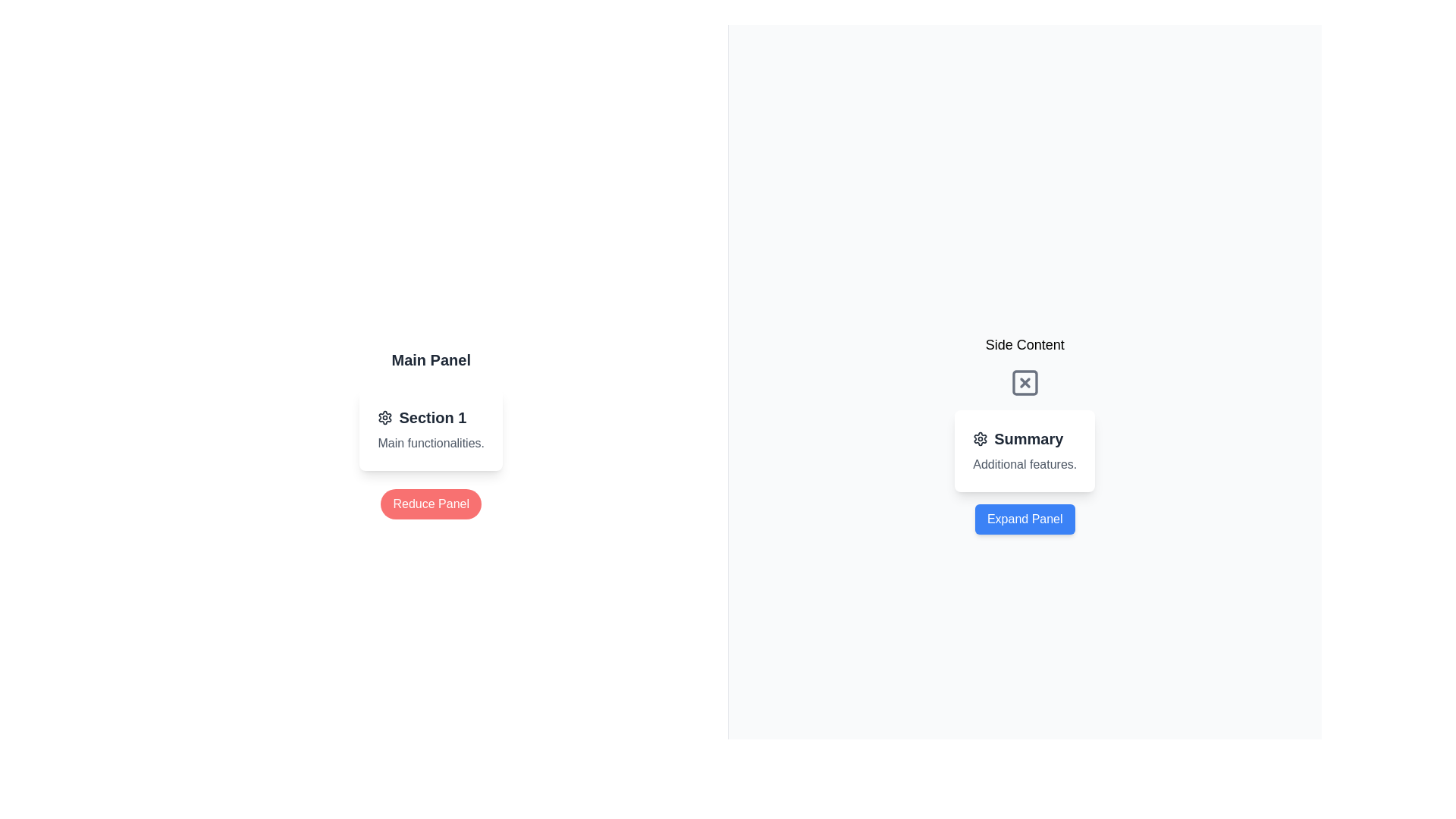  What do you see at coordinates (1025, 382) in the screenshot?
I see `the 'X' icon, which is part of a square icon in the top of the 'Side Content' section` at bounding box center [1025, 382].